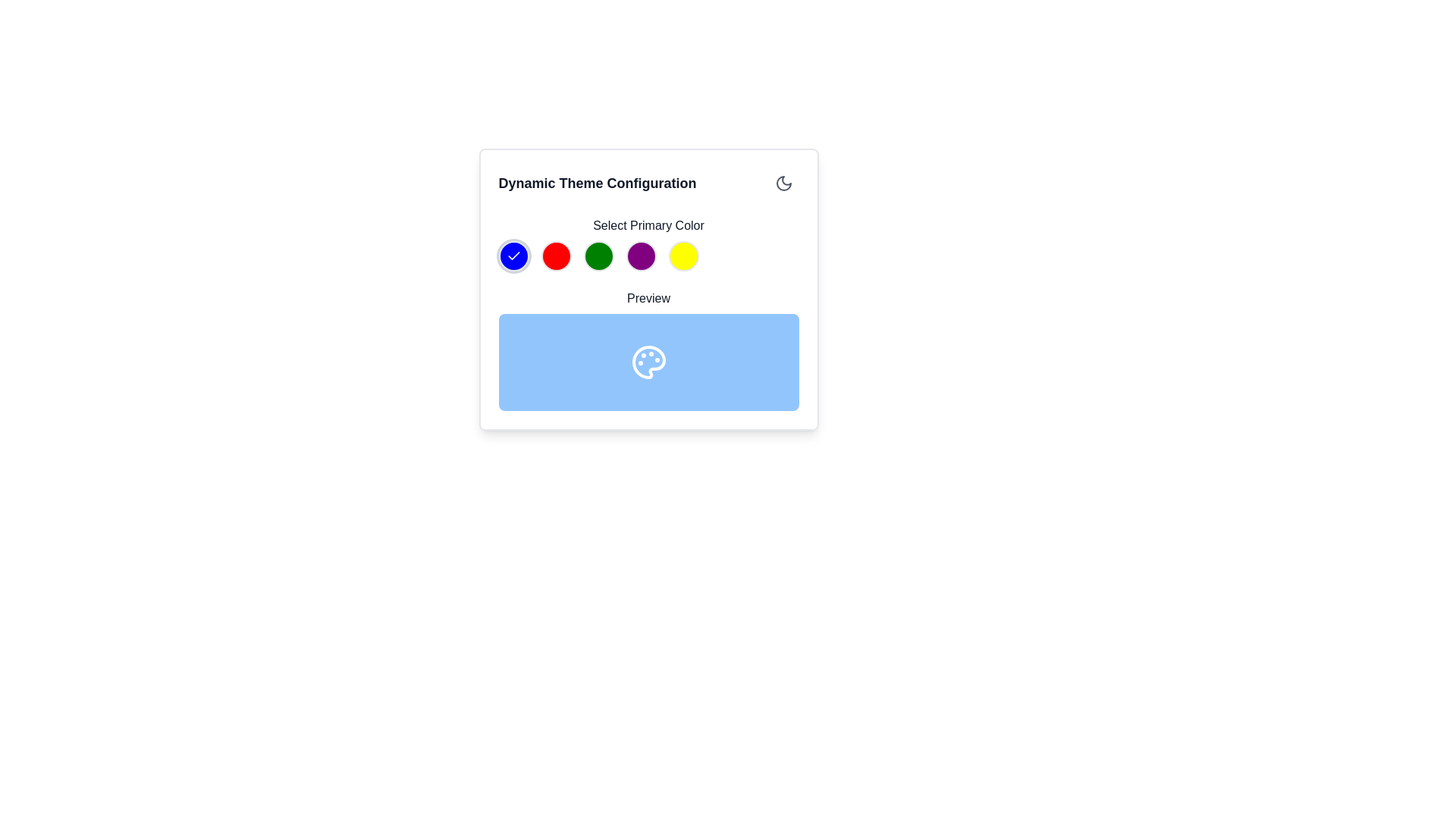  I want to click on the text label displaying 'Preview', which is positioned directly below the 'Select Primary Color' label and above a blue rectangular box containing an icon, so click(648, 298).